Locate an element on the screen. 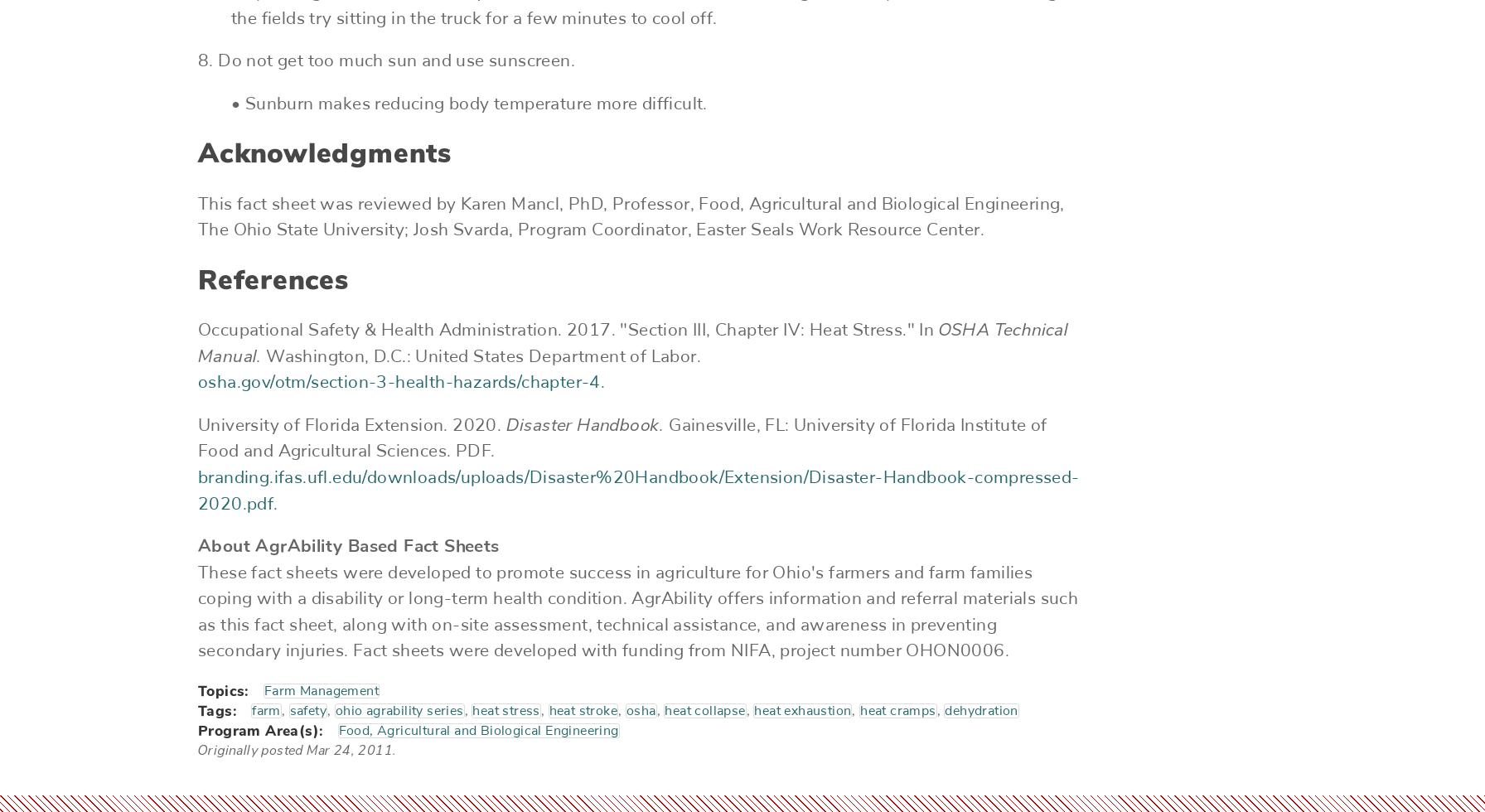 Image resolution: width=1485 pixels, height=812 pixels. 'Farm Management' is located at coordinates (321, 690).